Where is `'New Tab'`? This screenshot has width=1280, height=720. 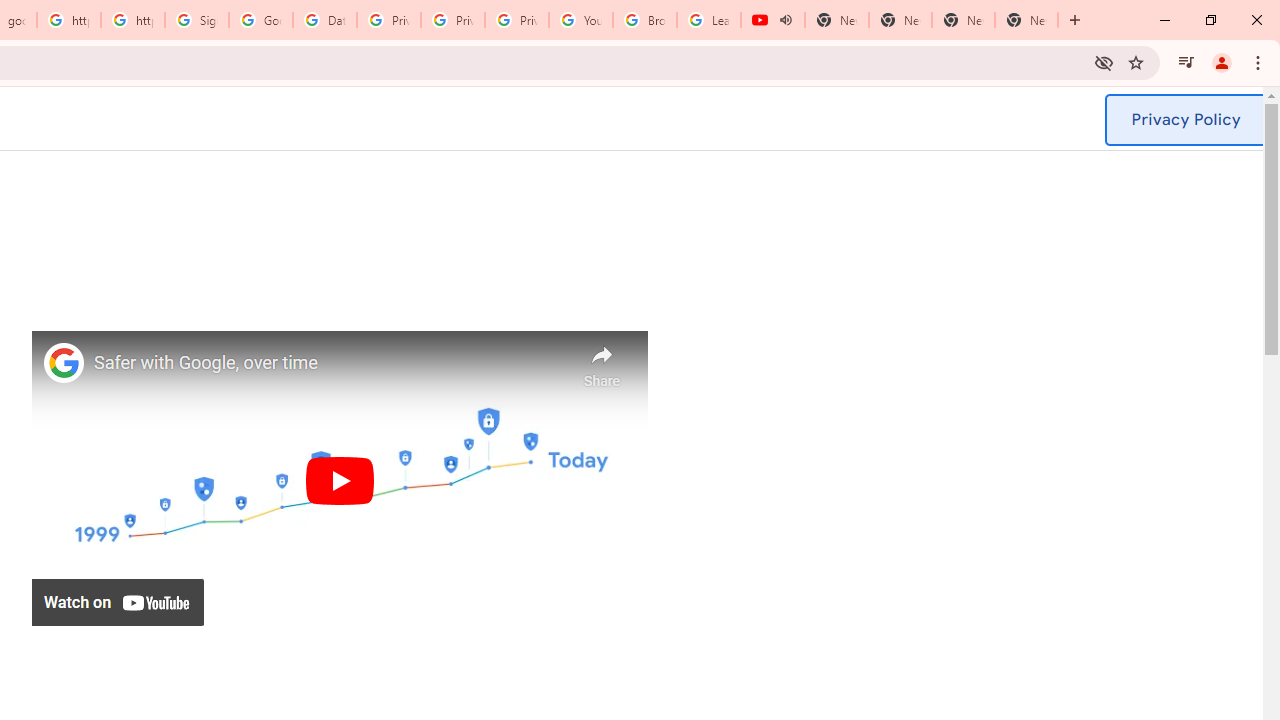 'New Tab' is located at coordinates (1026, 20).